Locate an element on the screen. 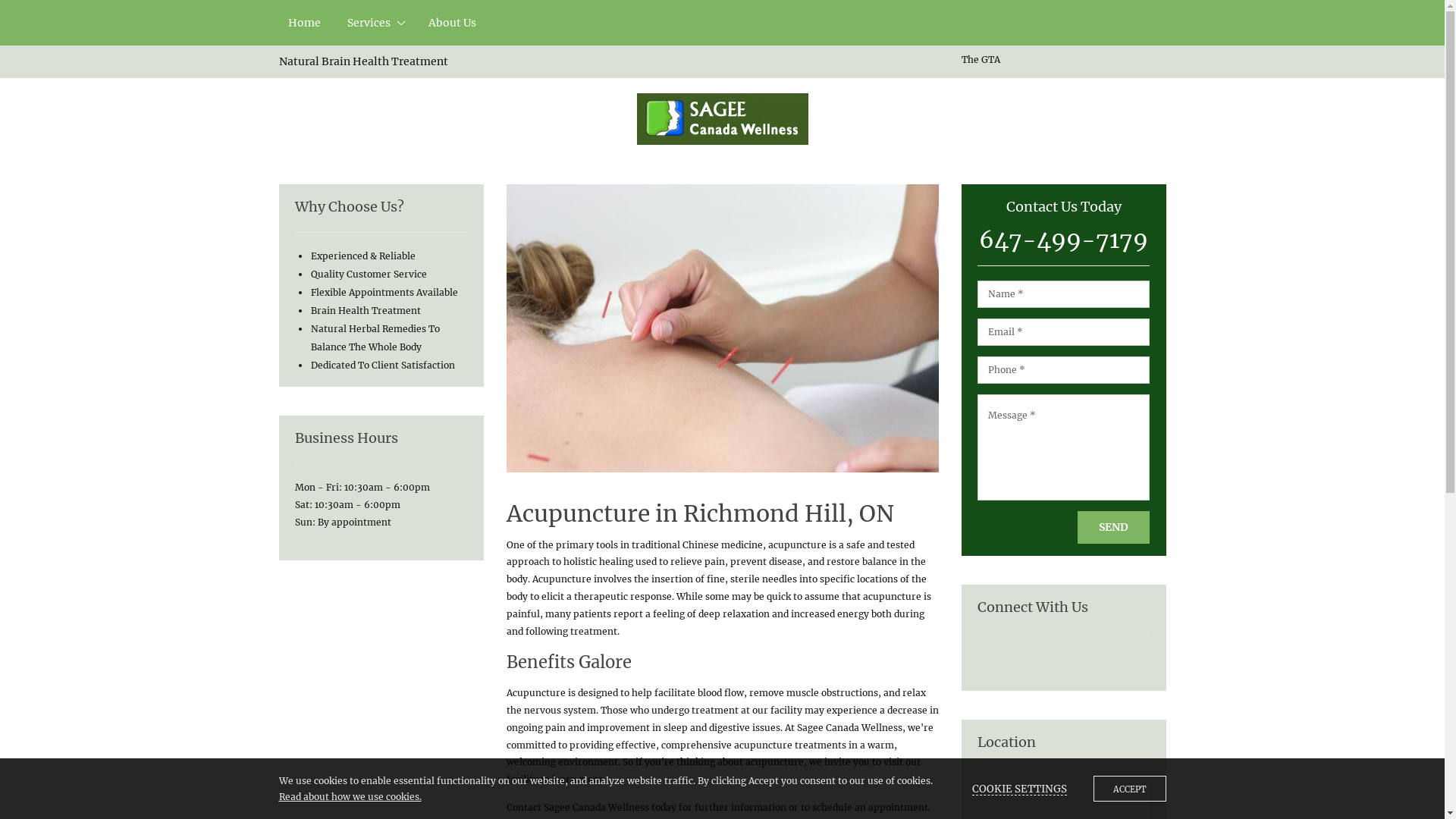 The height and width of the screenshot is (819, 1456). 'About Us' is located at coordinates (450, 23).